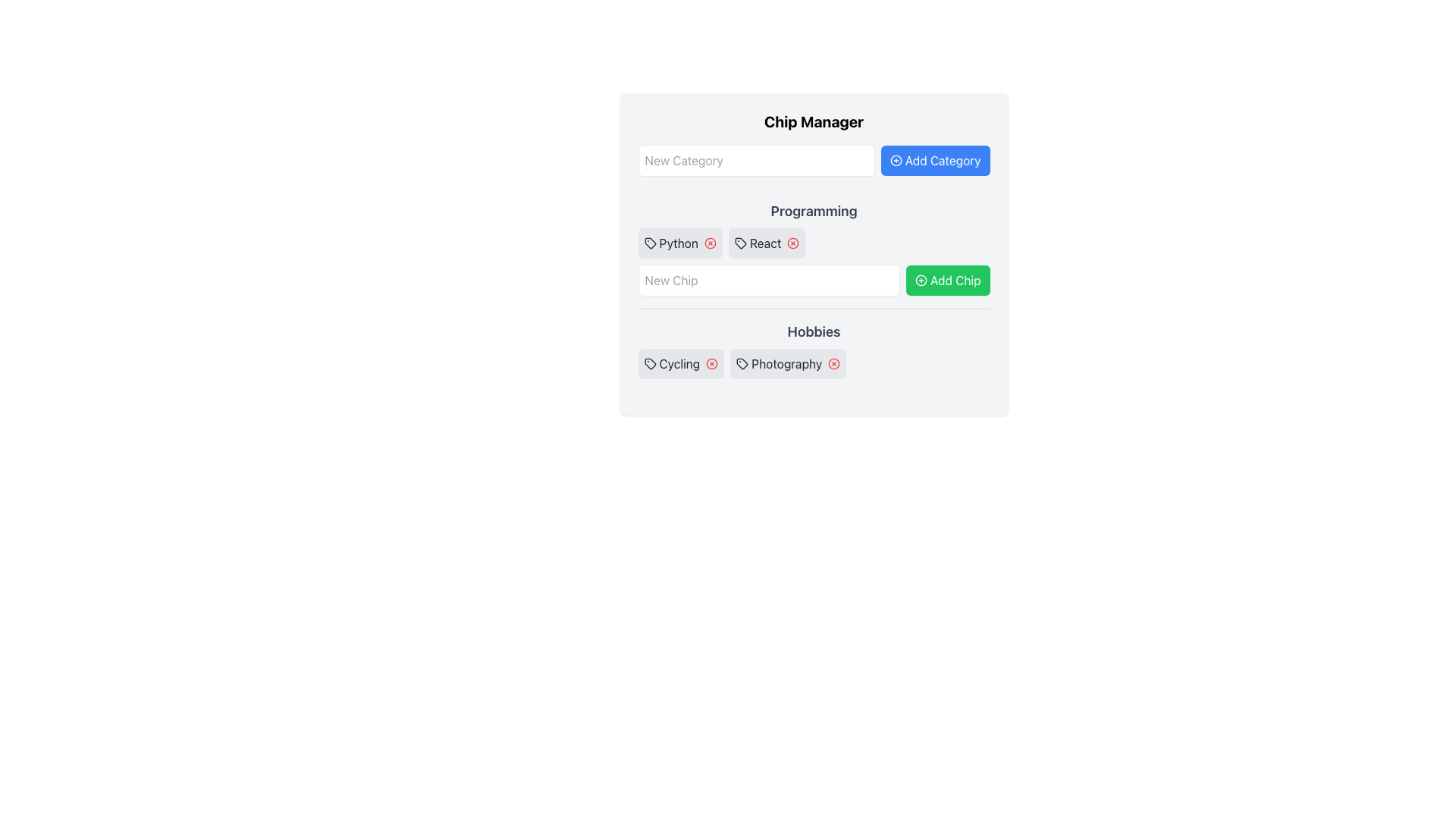 The height and width of the screenshot is (819, 1456). I want to click on the 'Add Category' button, which is a rectangular button with a blue background and white text, located to the right of the 'New Category' input field, so click(934, 161).